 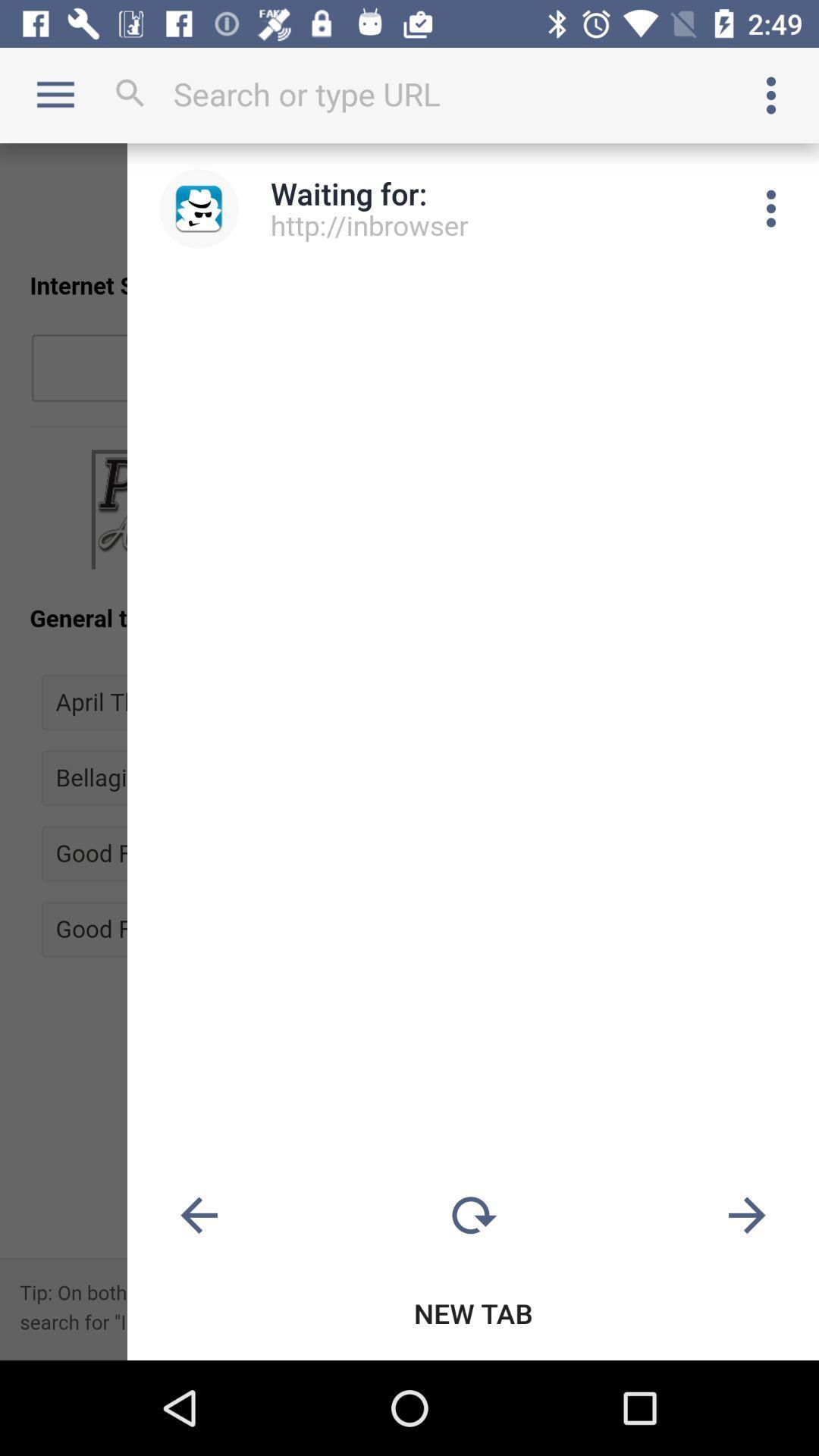 What do you see at coordinates (198, 1216) in the screenshot?
I see `go back` at bounding box center [198, 1216].